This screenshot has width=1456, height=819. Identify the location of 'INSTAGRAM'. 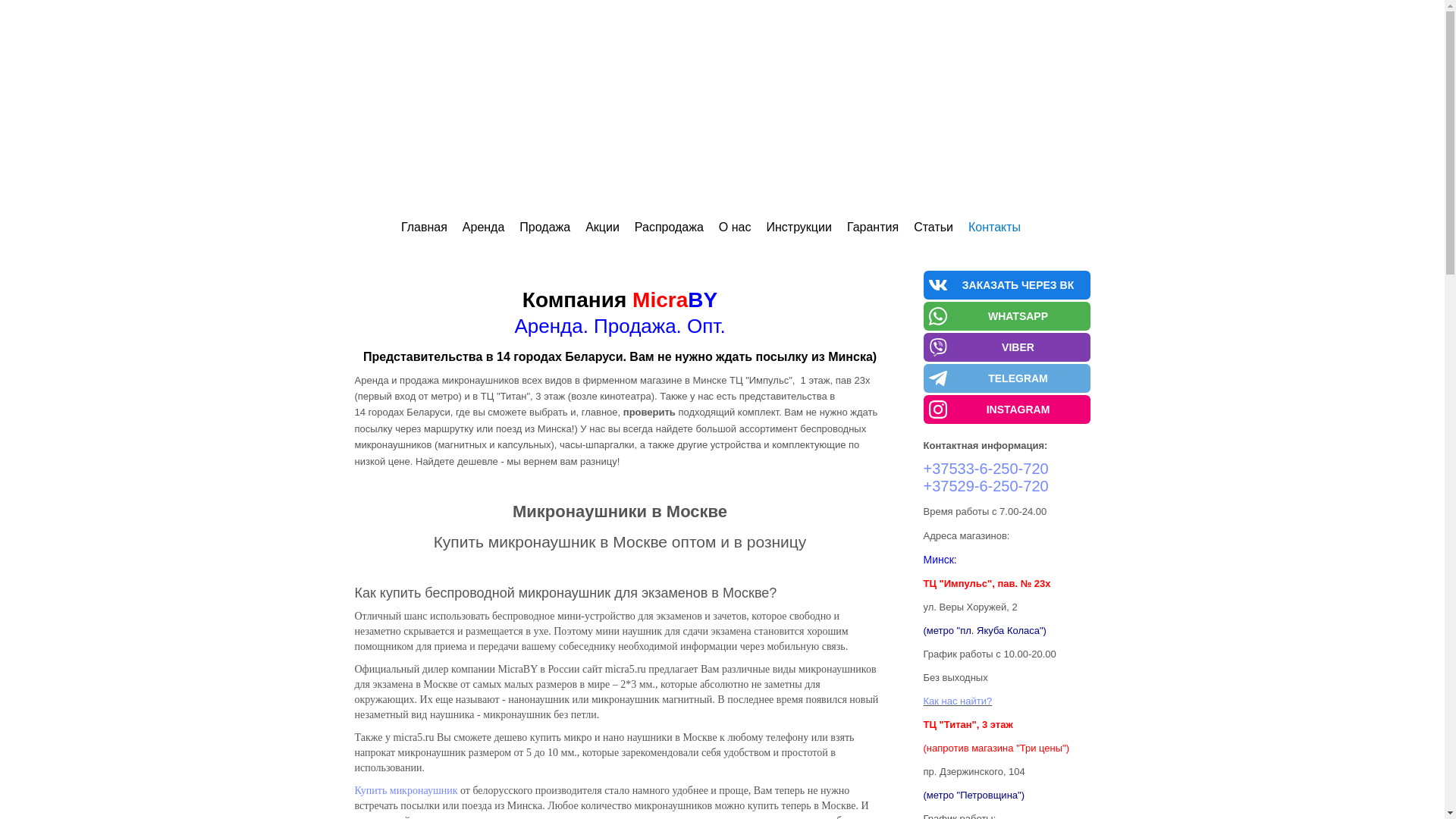
(1007, 409).